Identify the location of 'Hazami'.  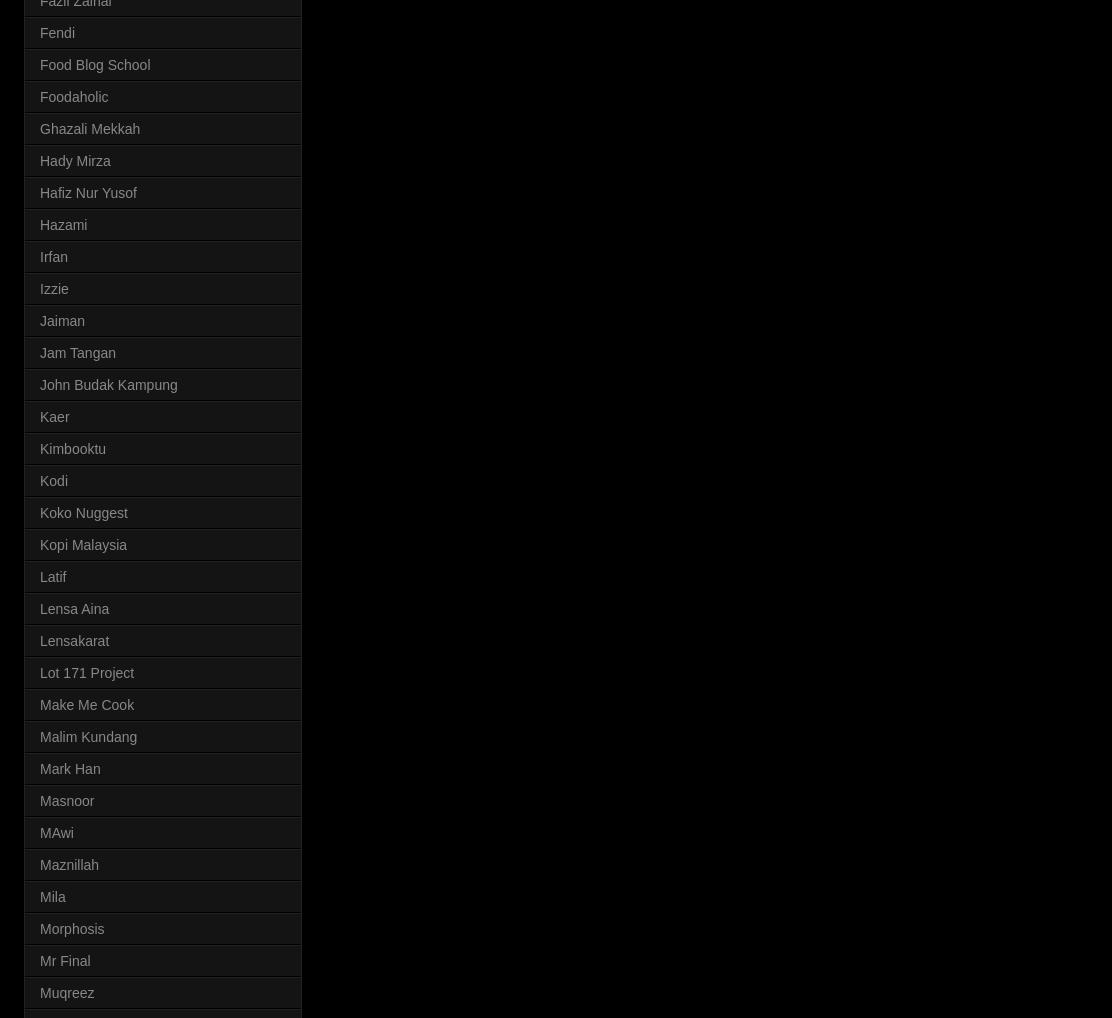
(63, 222).